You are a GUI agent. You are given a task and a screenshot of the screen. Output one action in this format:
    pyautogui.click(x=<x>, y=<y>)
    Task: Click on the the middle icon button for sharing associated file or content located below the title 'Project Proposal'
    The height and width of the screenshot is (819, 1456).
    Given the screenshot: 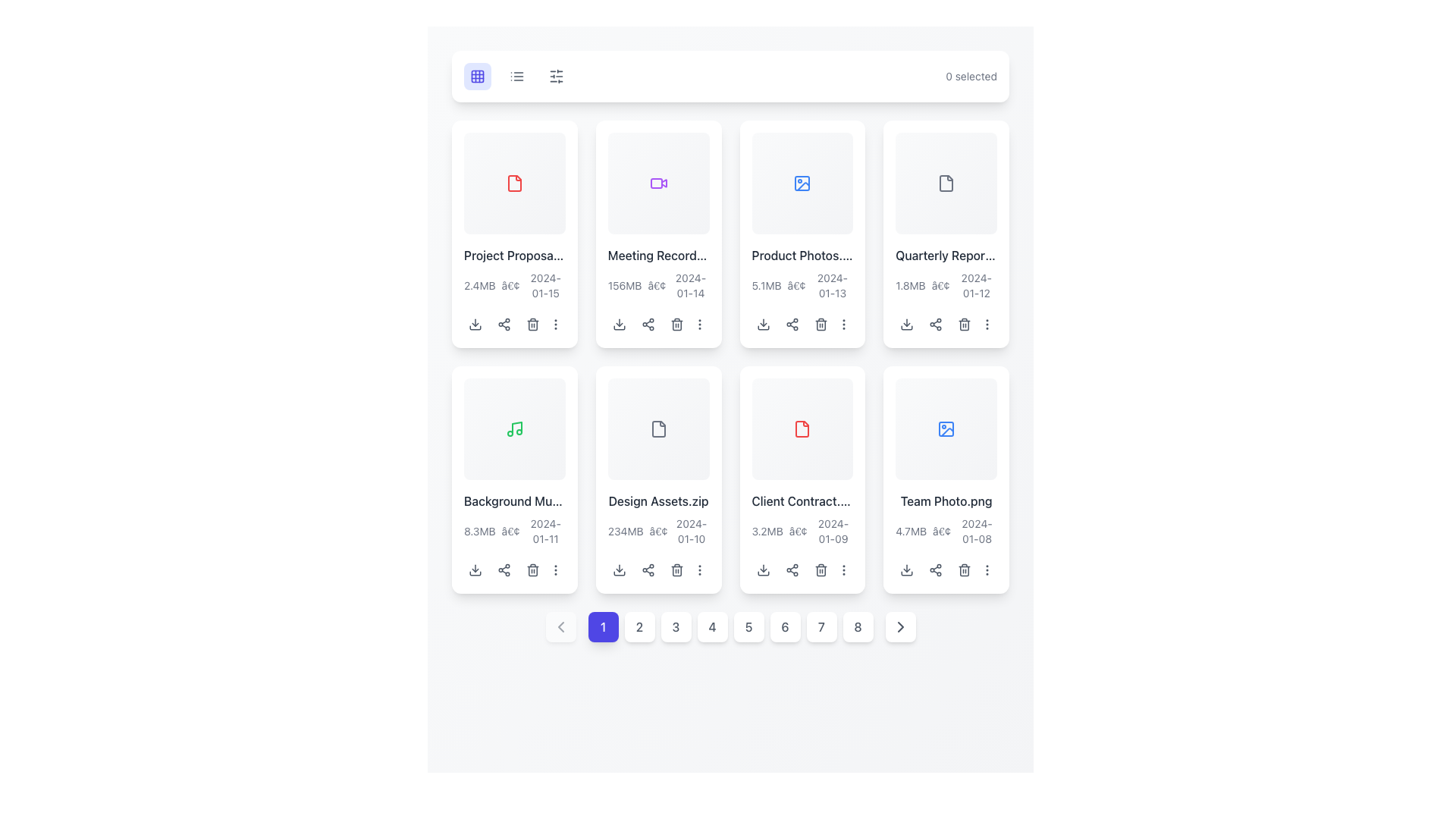 What is the action you would take?
    pyautogui.click(x=504, y=323)
    